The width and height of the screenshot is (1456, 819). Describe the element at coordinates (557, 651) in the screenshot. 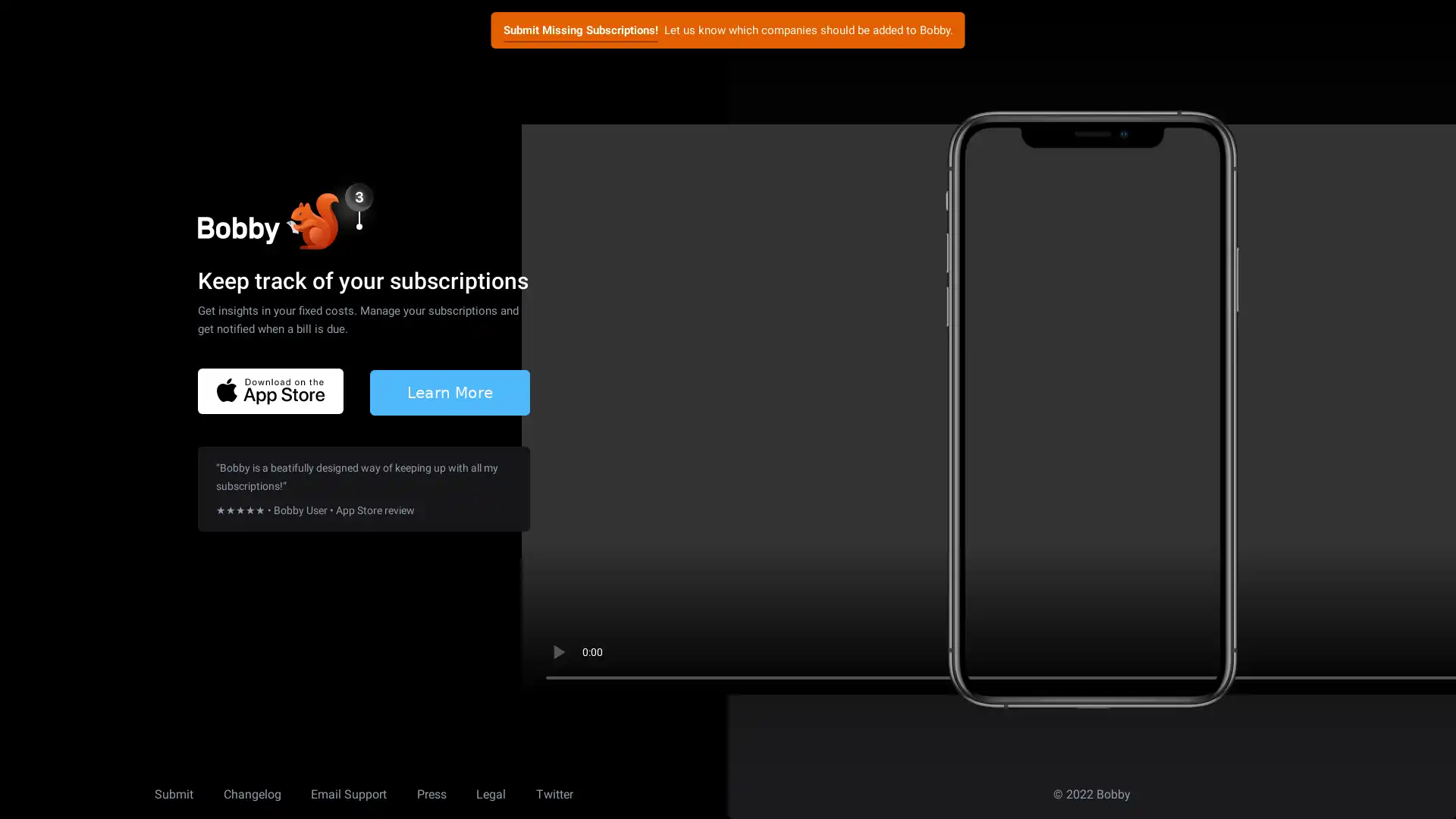

I see `play` at that location.